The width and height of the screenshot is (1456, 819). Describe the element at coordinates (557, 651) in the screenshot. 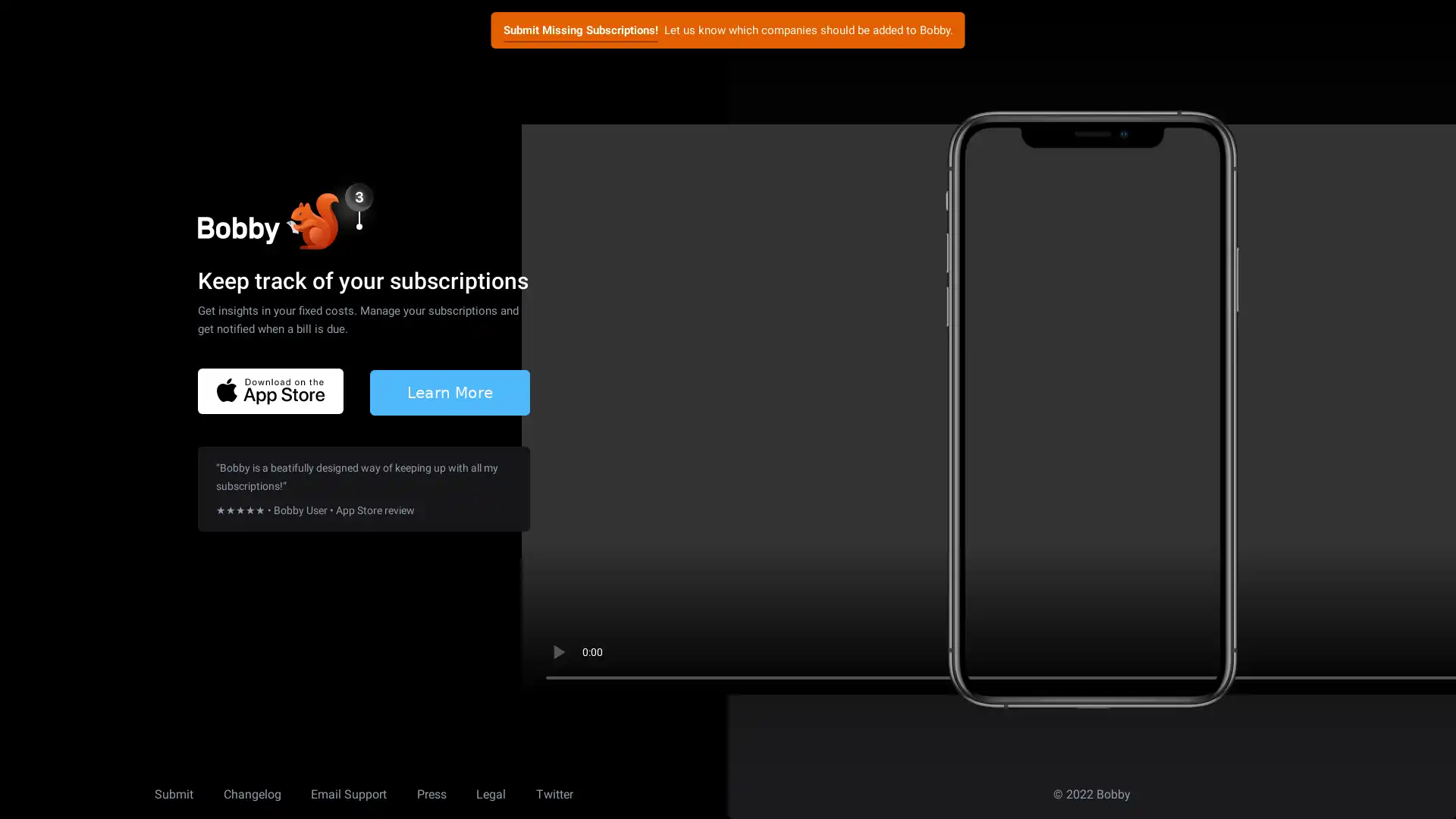

I see `play` at that location.